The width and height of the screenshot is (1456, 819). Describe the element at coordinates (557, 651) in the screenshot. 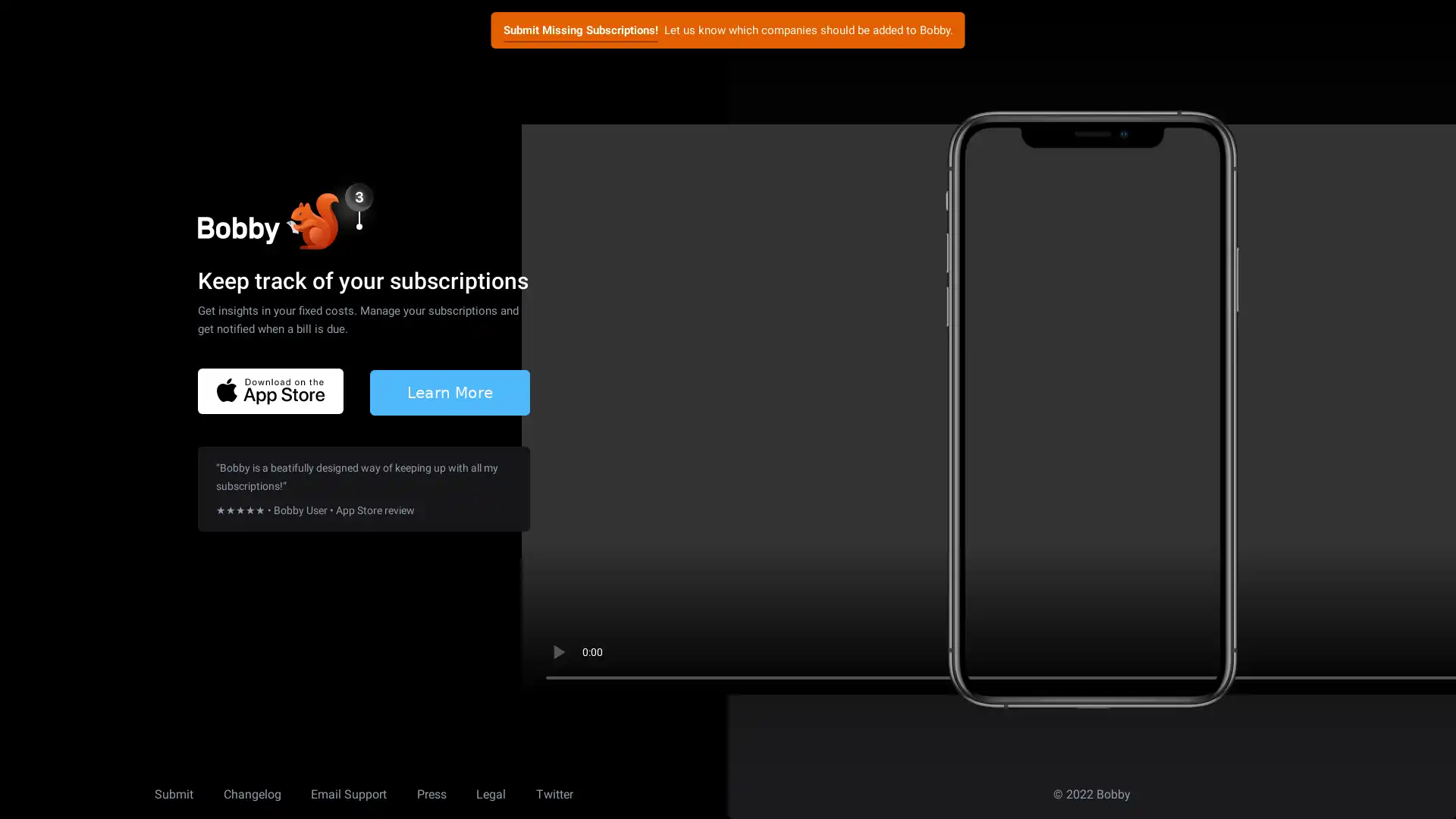

I see `play` at that location.